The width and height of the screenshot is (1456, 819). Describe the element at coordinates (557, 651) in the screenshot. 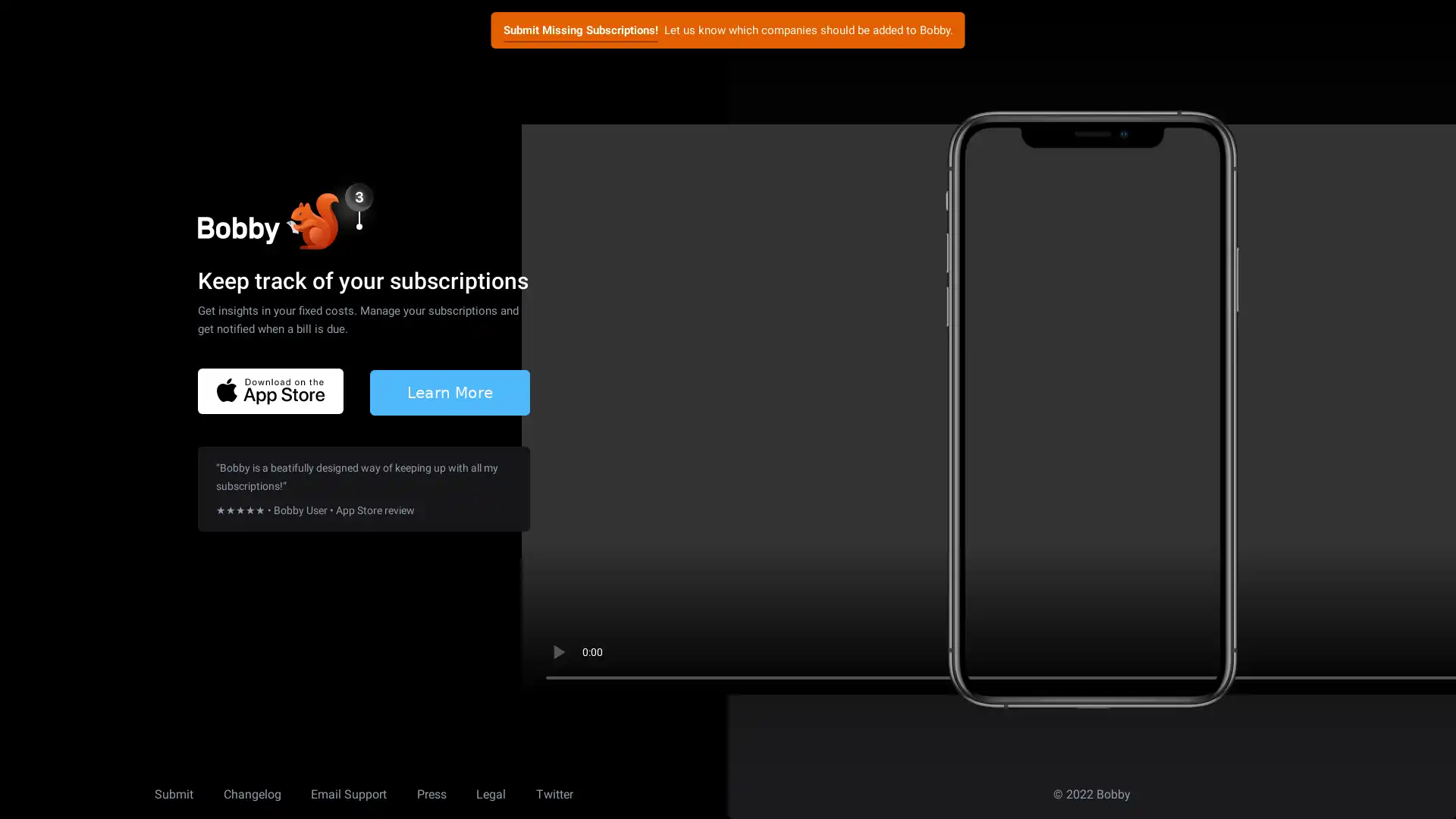

I see `play` at that location.